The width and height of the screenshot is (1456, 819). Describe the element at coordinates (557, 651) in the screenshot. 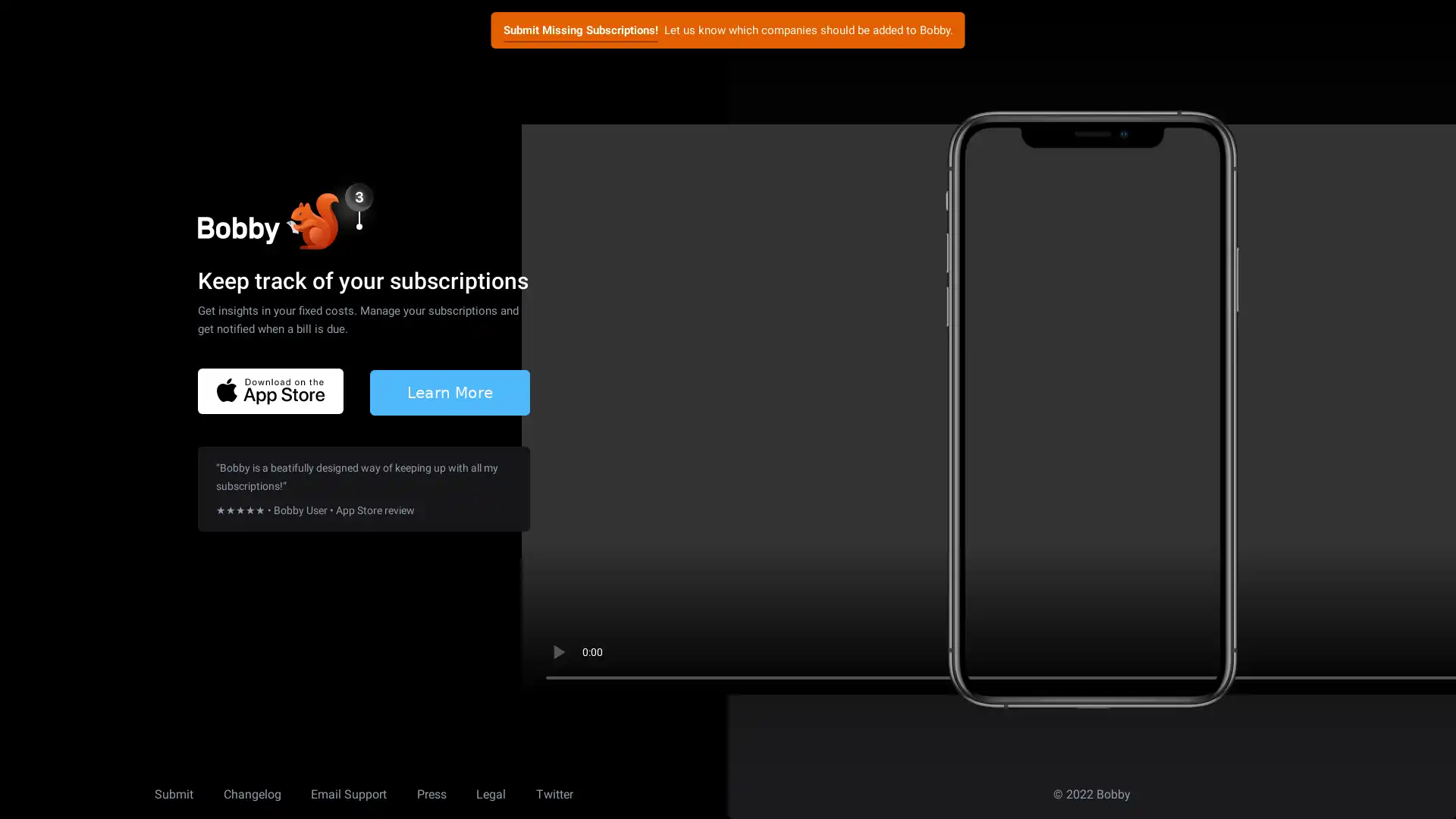

I see `play` at that location.